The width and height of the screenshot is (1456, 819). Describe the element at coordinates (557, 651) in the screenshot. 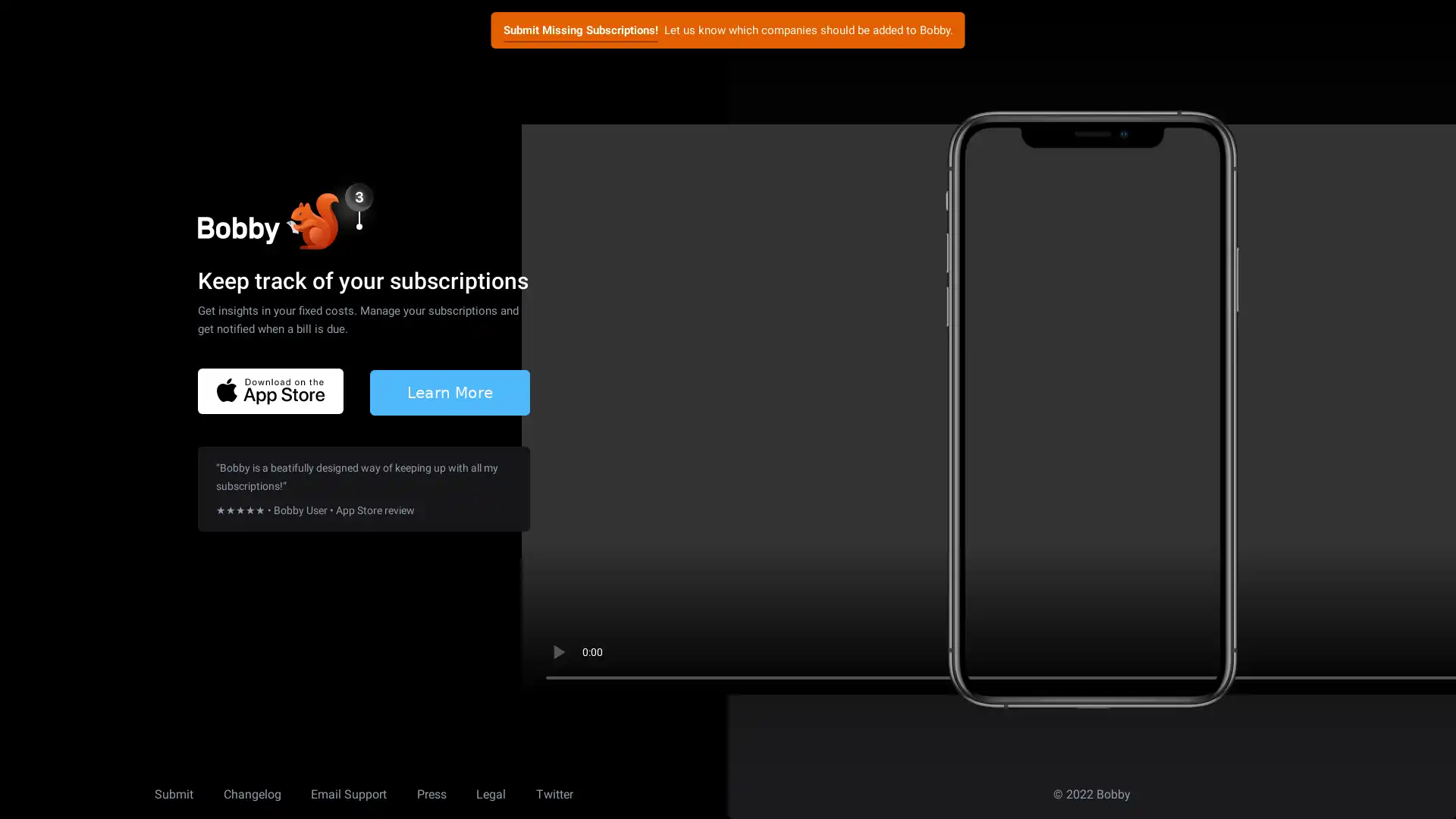

I see `play` at that location.